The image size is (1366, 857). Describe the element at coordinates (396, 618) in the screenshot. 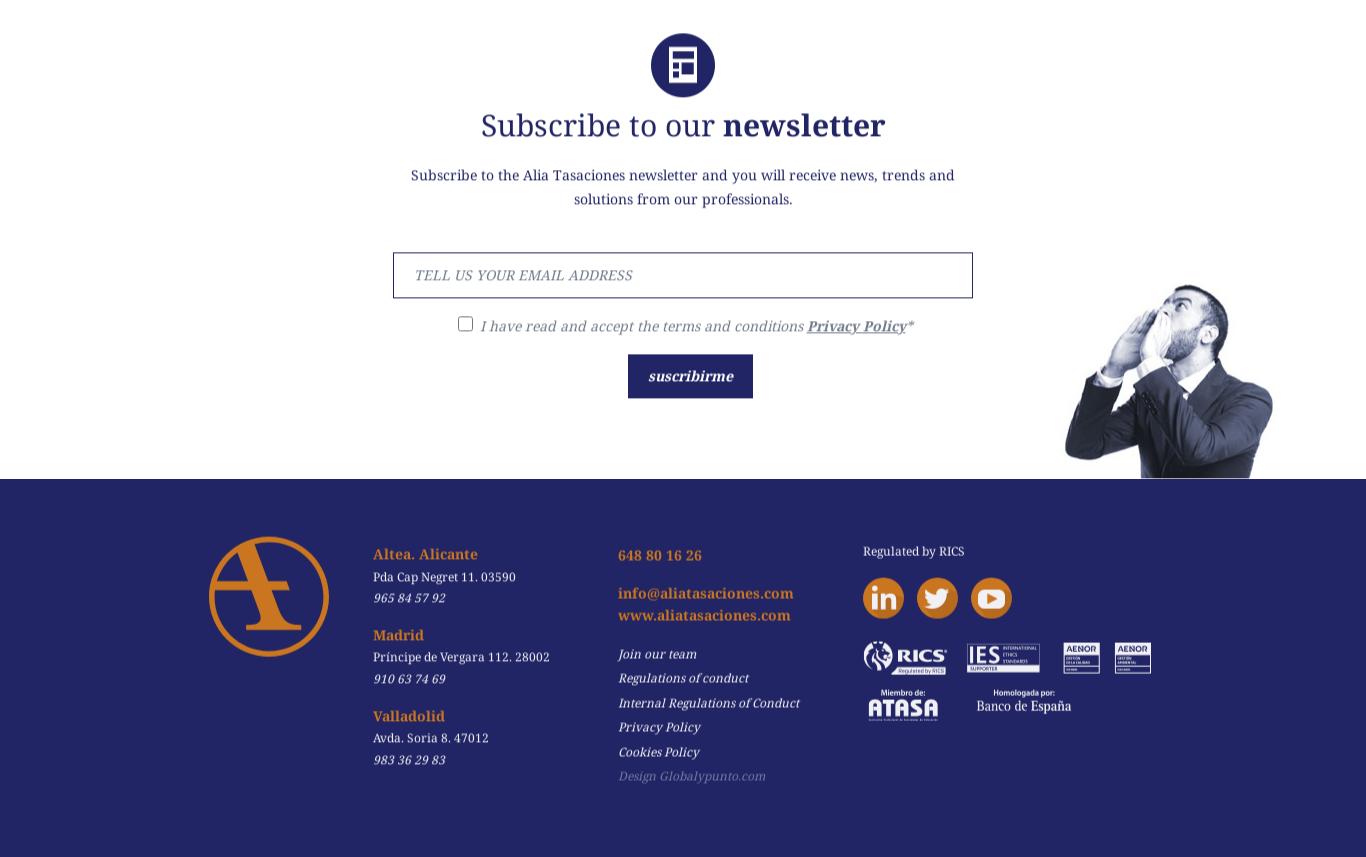

I see `'Madrid'` at that location.